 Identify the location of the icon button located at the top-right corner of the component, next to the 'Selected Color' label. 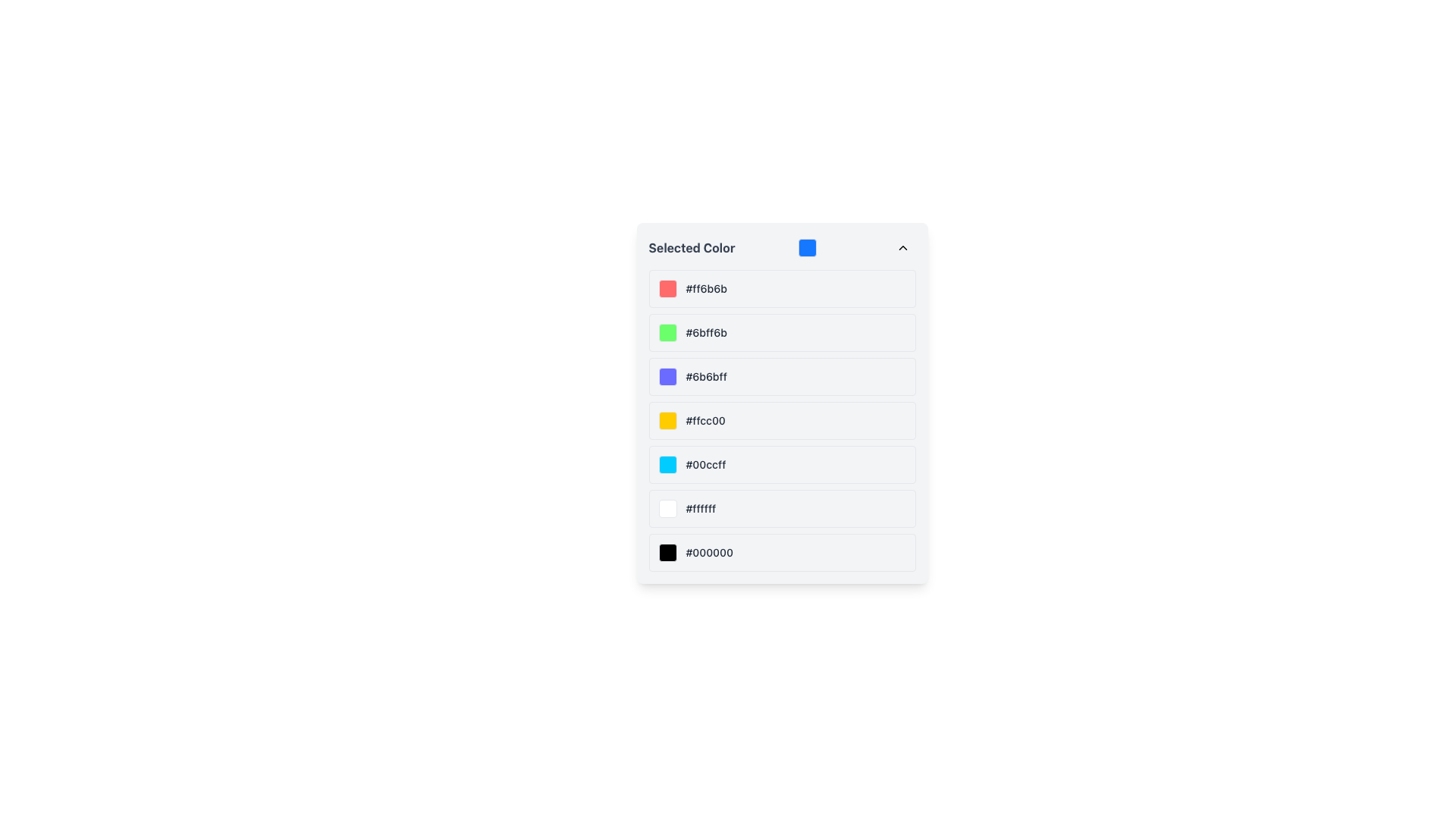
(902, 247).